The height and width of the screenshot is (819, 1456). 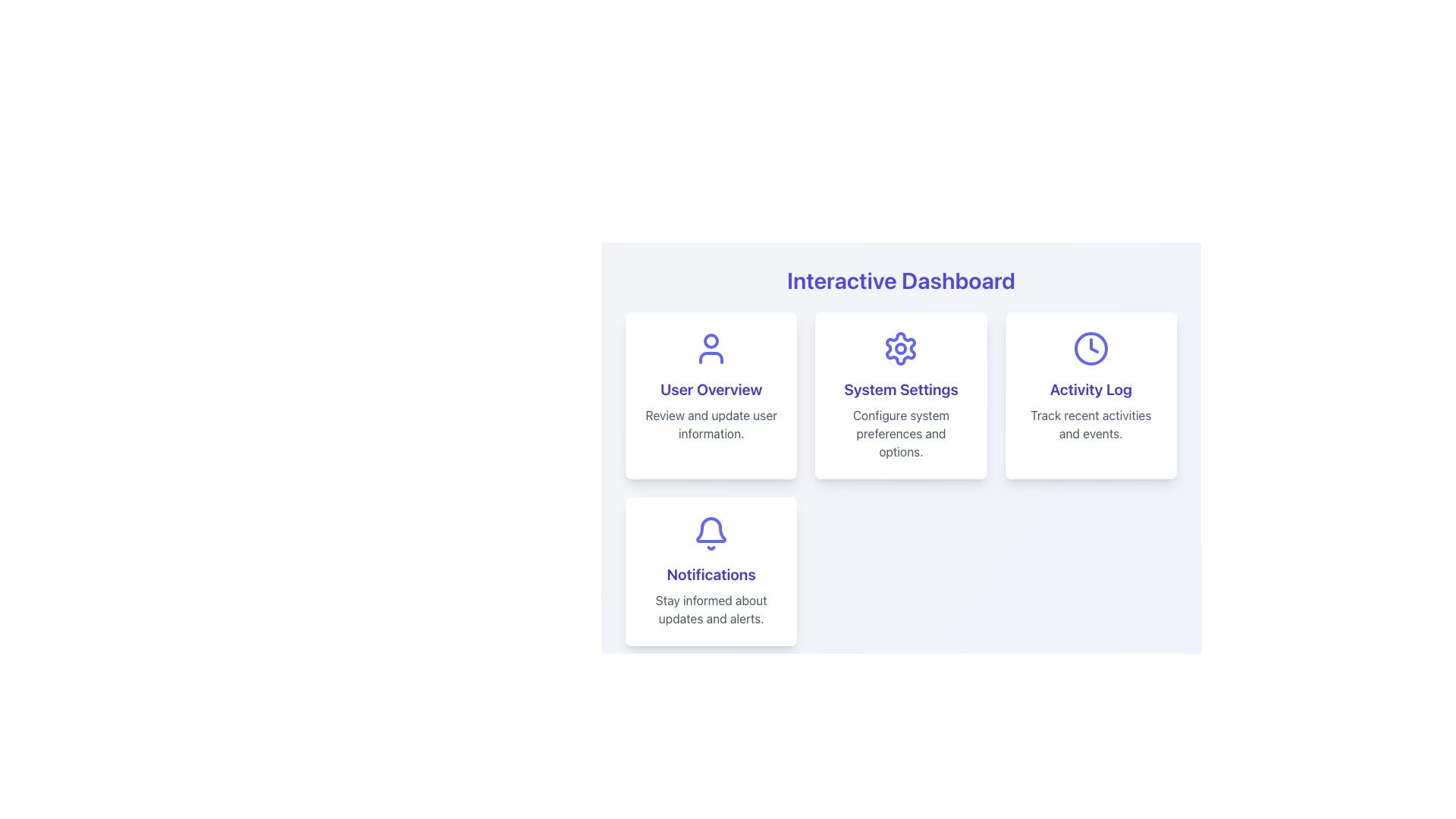 I want to click on text label that displays 'Review and update user information.' located below the 'User Overview' header in the card layout, so click(x=711, y=424).